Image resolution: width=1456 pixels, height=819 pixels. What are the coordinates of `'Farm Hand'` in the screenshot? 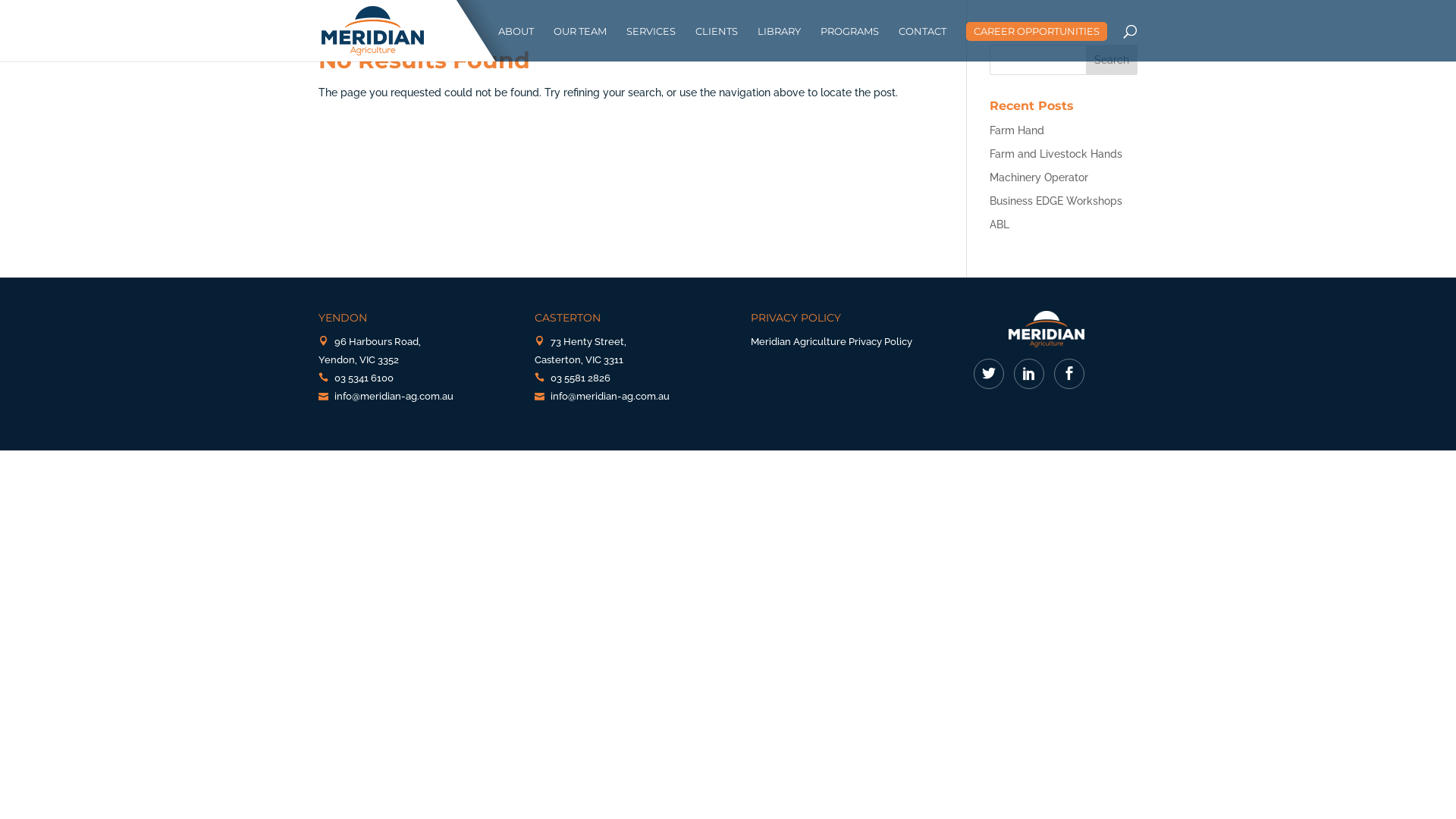 It's located at (1016, 130).